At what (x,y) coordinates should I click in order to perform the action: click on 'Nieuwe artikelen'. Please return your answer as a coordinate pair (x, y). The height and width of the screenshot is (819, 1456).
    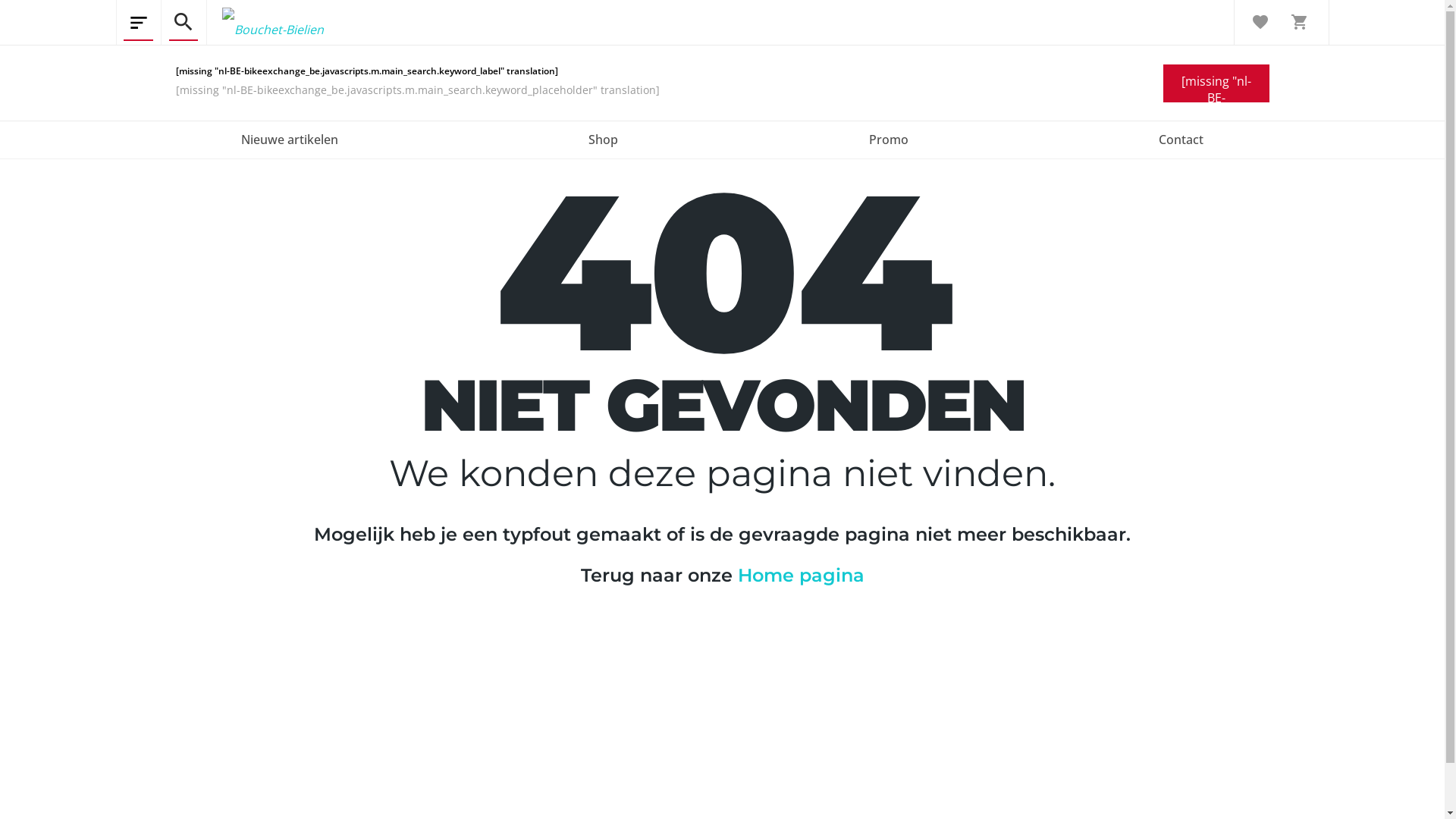
    Looking at the image, I should click on (289, 140).